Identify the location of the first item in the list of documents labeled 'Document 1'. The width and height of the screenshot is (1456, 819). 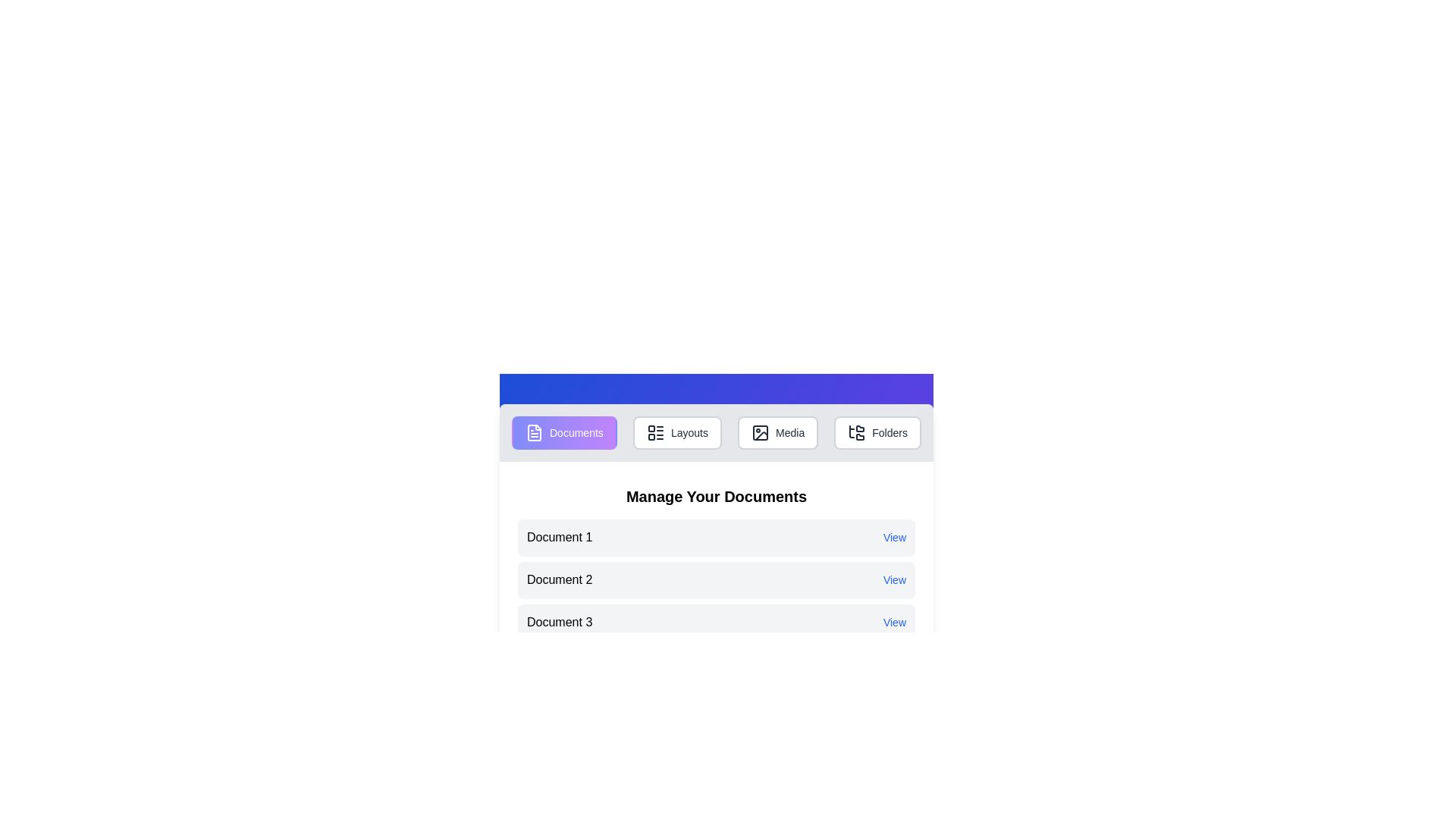
(716, 537).